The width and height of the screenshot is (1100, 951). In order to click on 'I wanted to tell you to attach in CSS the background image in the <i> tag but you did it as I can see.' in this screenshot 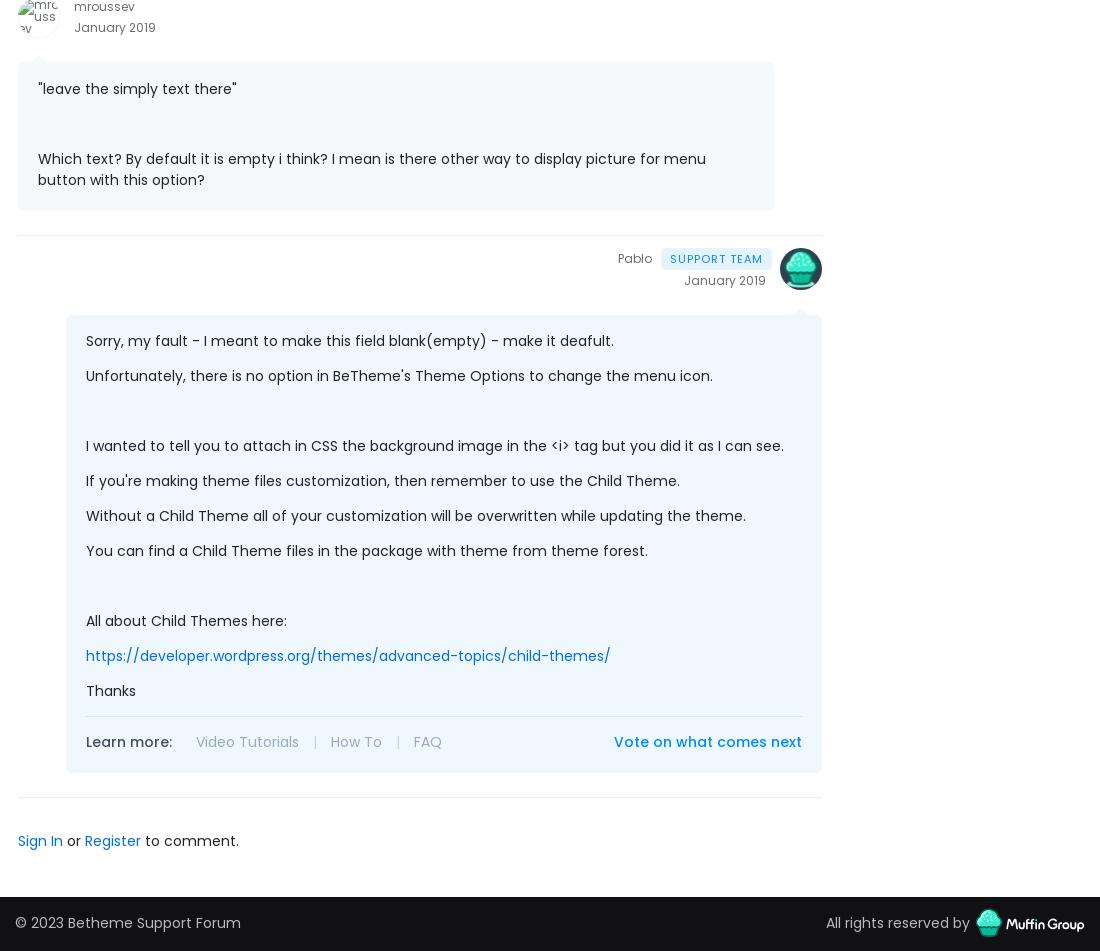, I will do `click(86, 446)`.